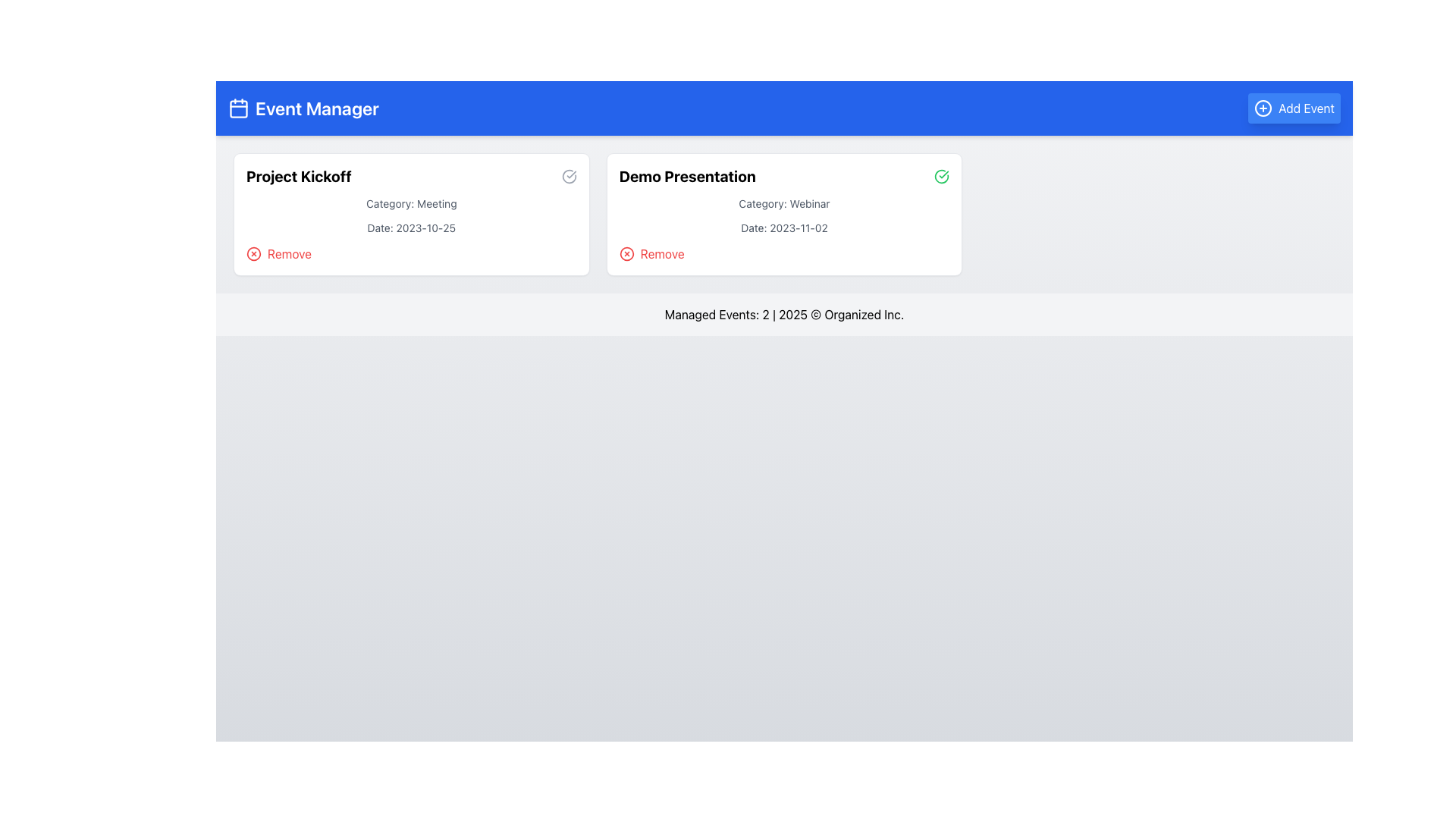 The width and height of the screenshot is (1456, 819). What do you see at coordinates (411, 203) in the screenshot?
I see `text element that displays 'Category: Meeting', which is located below the title 'Project Kickoff' and above the date 'Date: 2023-10-25'` at bounding box center [411, 203].